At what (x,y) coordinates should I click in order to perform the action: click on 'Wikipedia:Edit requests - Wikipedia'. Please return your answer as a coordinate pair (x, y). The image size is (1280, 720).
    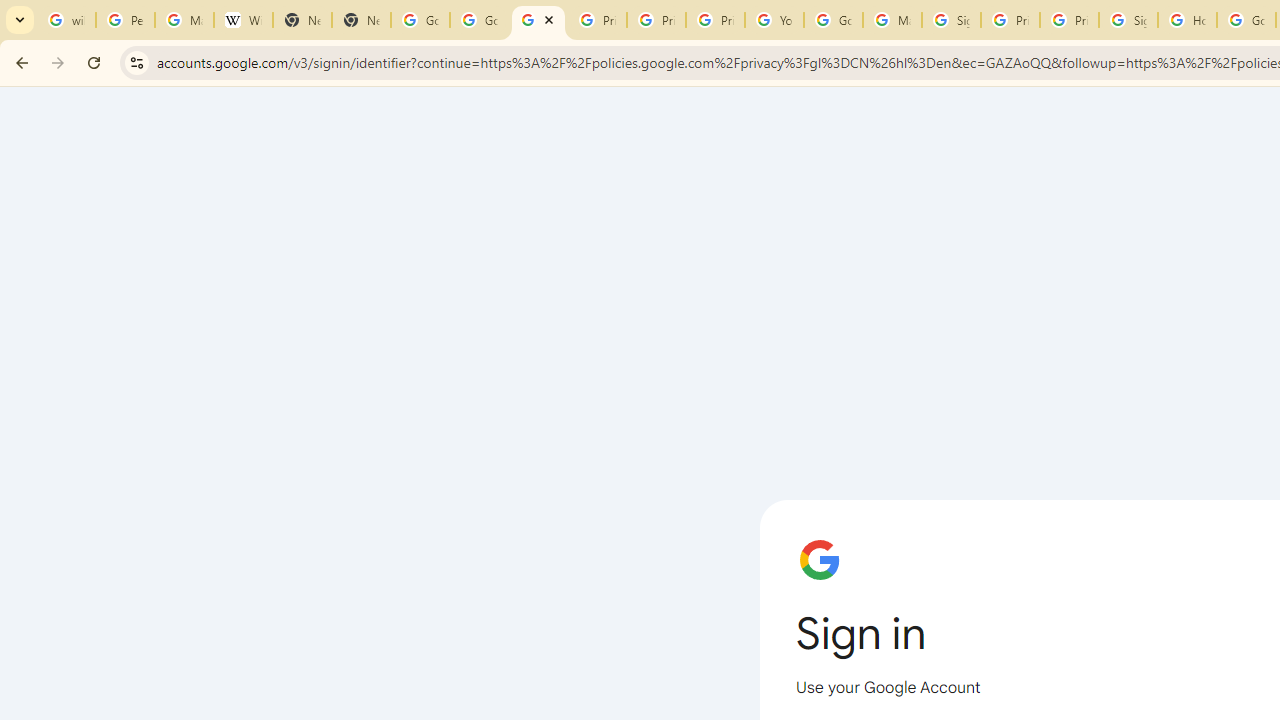
    Looking at the image, I should click on (242, 20).